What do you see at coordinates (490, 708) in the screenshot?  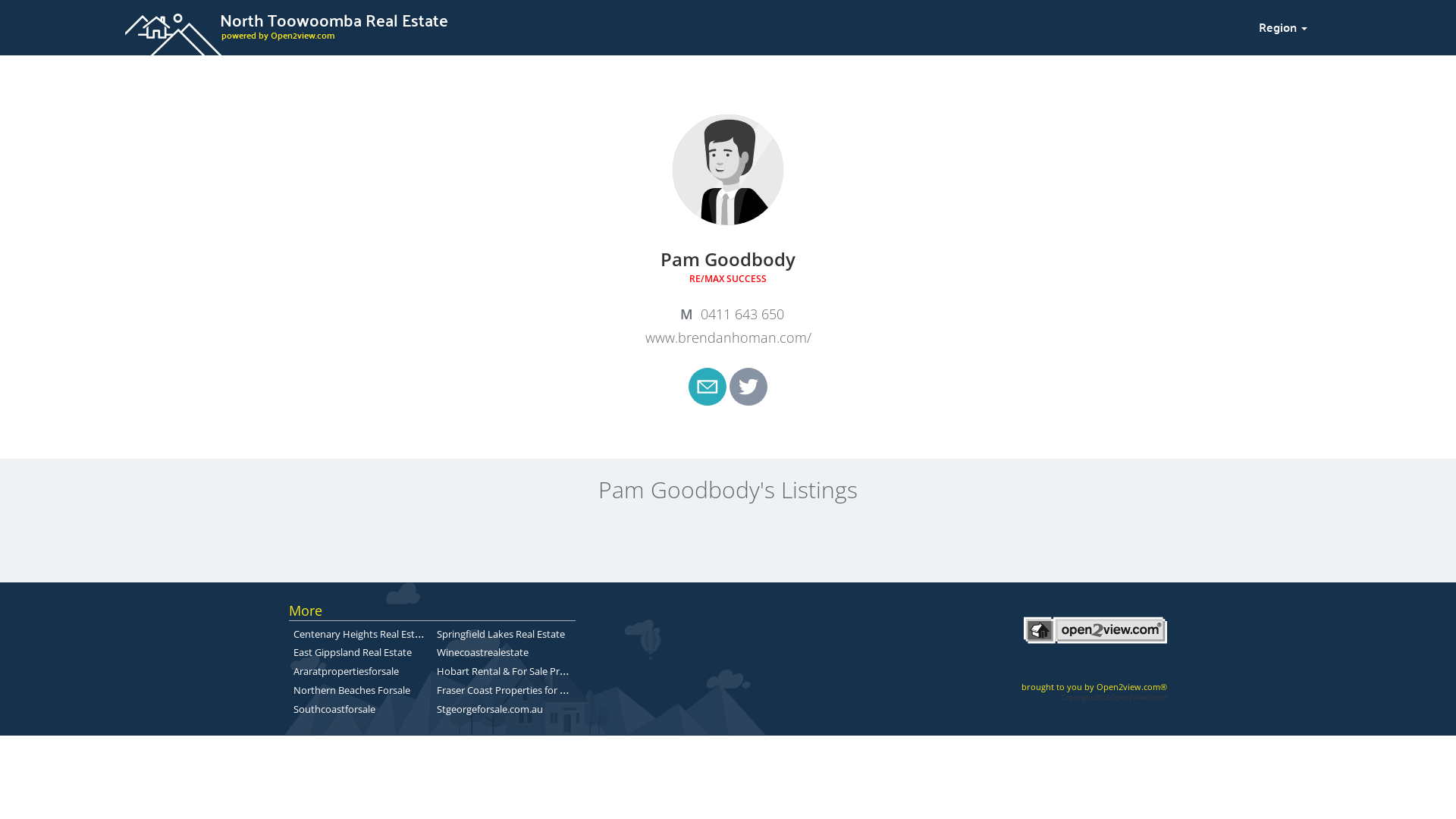 I see `'Stgeorgeforsale.com.au'` at bounding box center [490, 708].